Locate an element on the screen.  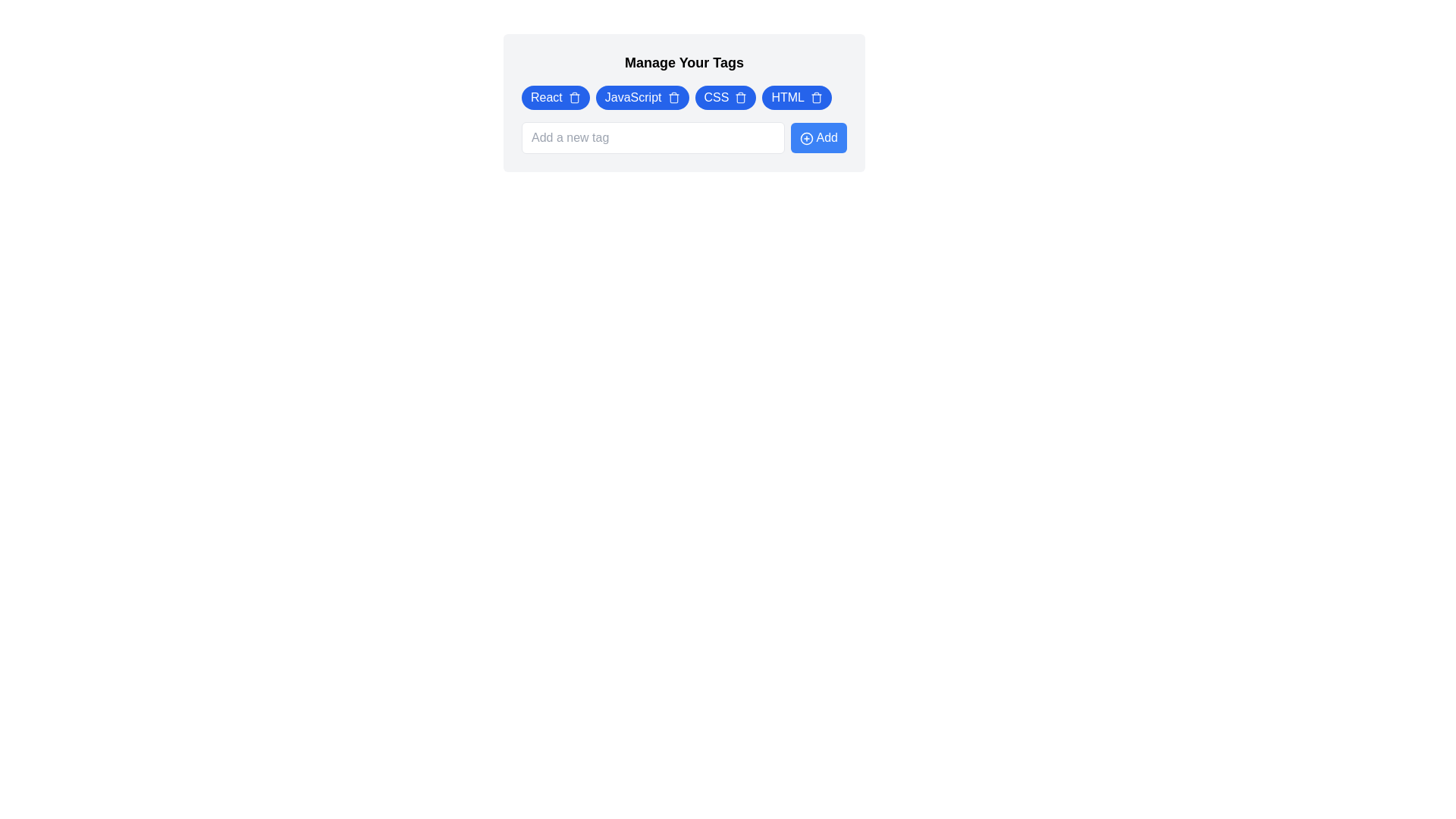
the circular component of the icon located within the 'Manage Your Tags' interface, positioned to the right of the 'Add' button is located at coordinates (806, 138).